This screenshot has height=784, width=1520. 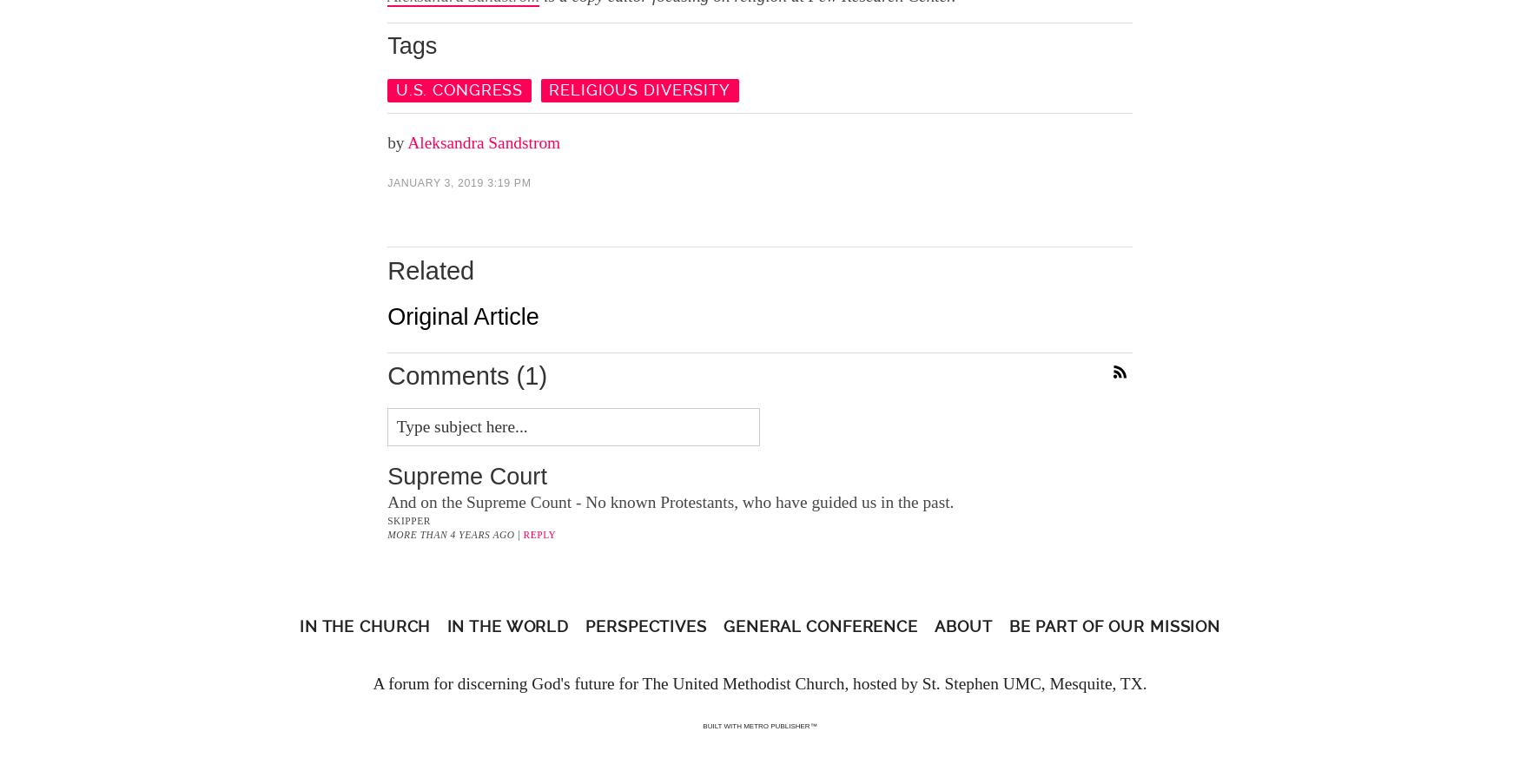 What do you see at coordinates (408, 521) in the screenshot?
I see `'Skipper'` at bounding box center [408, 521].